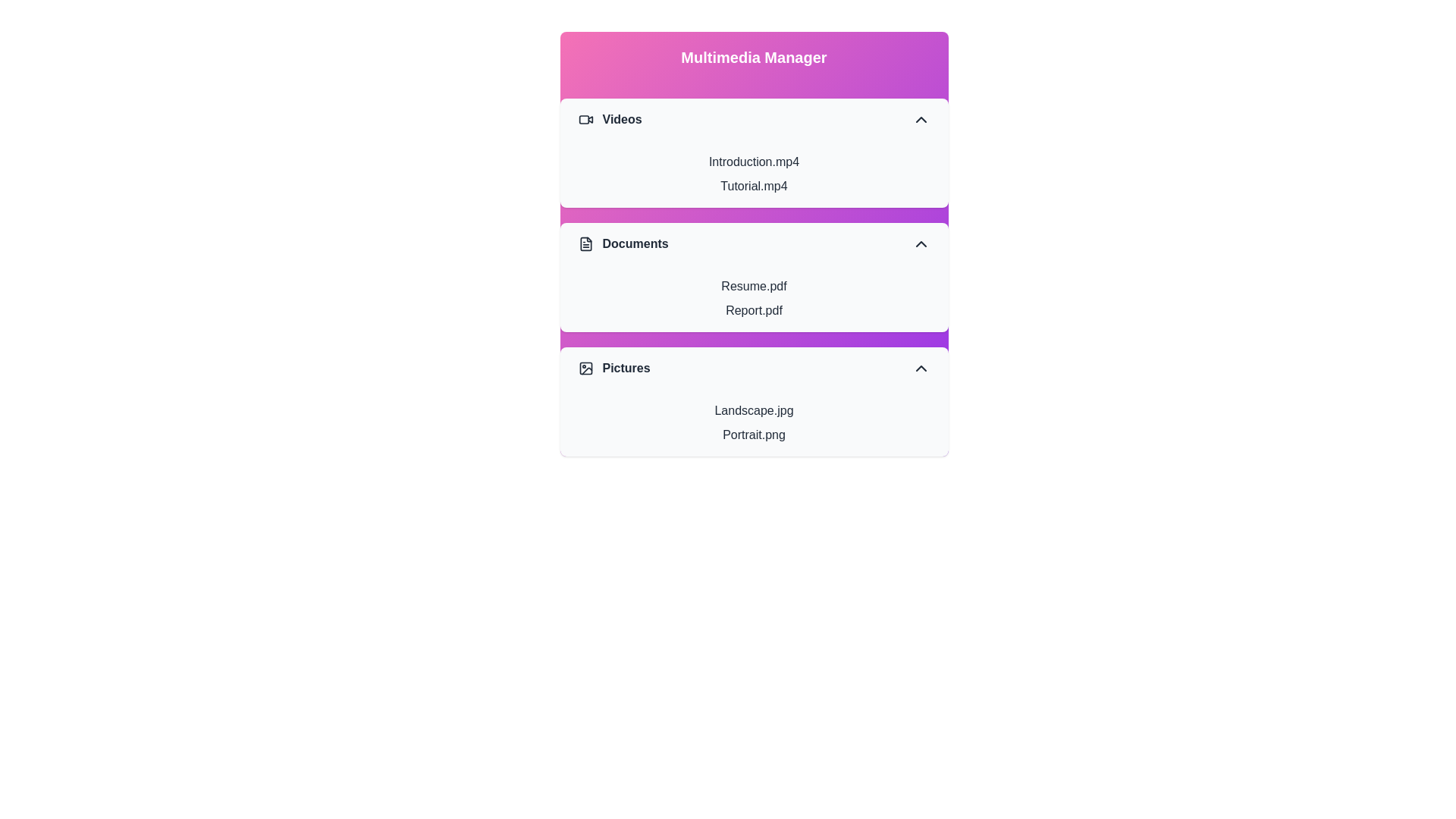  What do you see at coordinates (754, 162) in the screenshot?
I see `the item Introduction.mp4 within the section Videos` at bounding box center [754, 162].